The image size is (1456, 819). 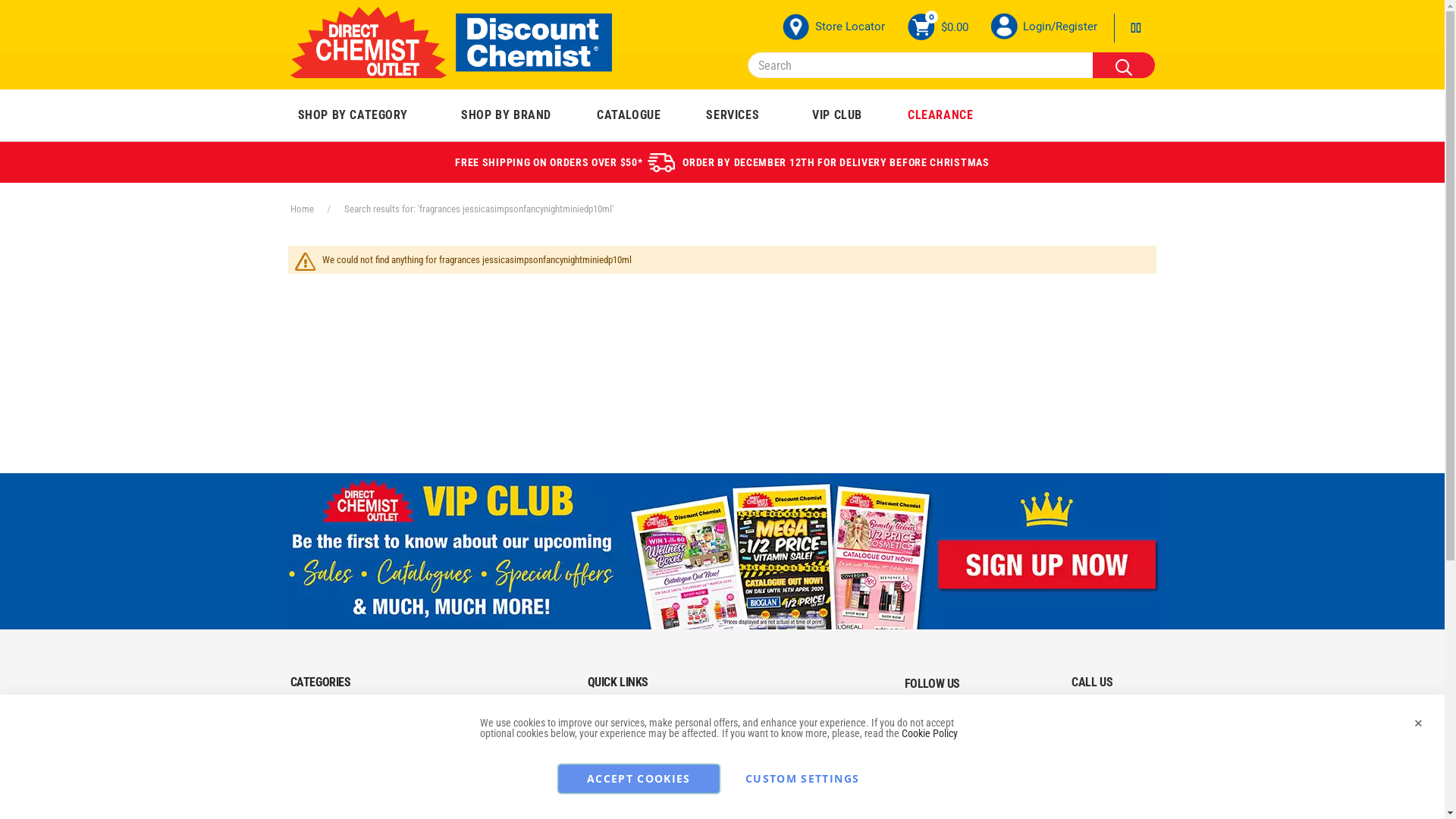 What do you see at coordinates (629, 114) in the screenshot?
I see `'CATALOGUE'` at bounding box center [629, 114].